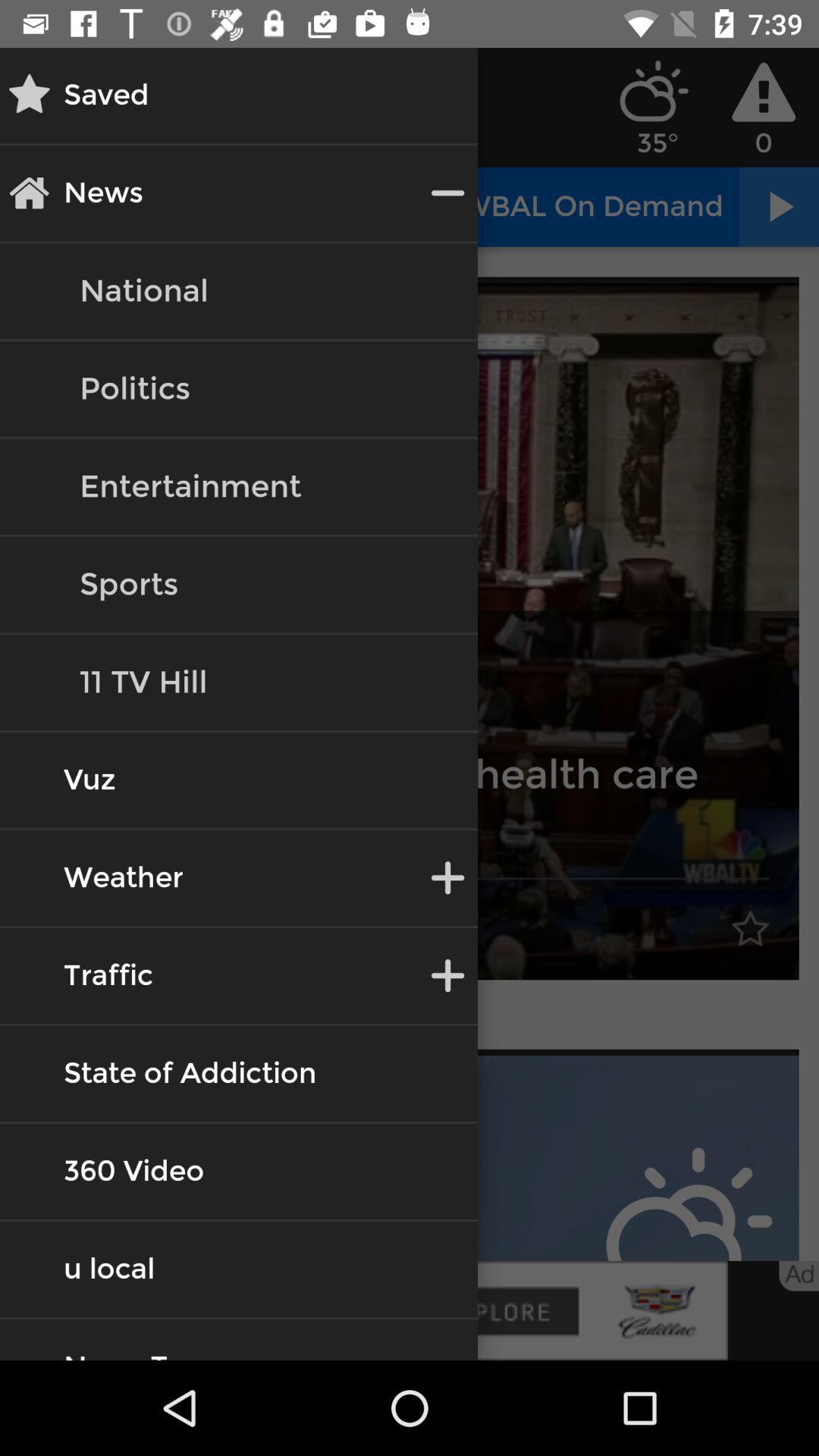 This screenshot has width=819, height=1456. Describe the element at coordinates (122, 877) in the screenshot. I see `the text weather` at that location.